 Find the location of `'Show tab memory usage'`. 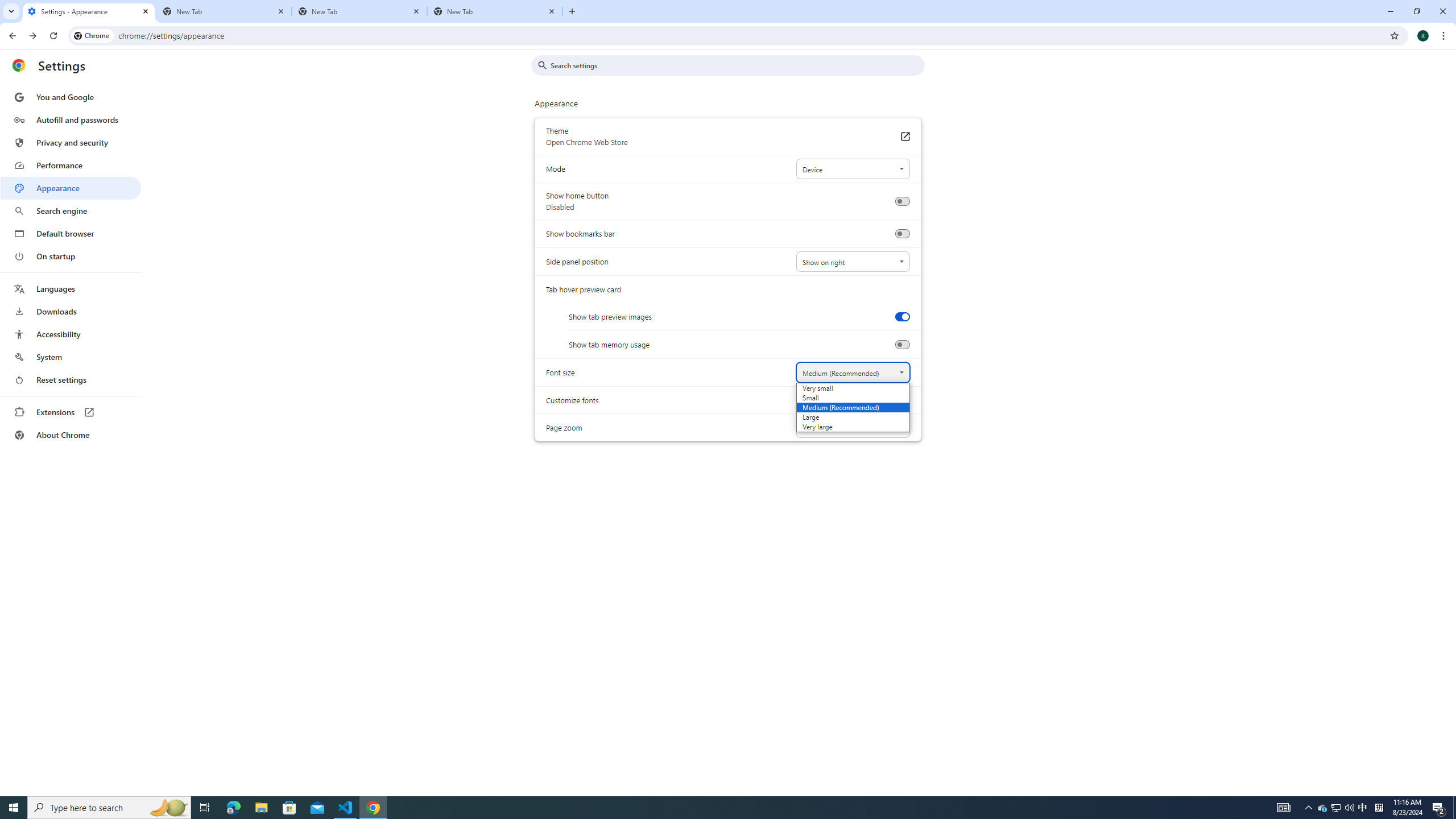

'Show tab memory usage' is located at coordinates (901, 344).